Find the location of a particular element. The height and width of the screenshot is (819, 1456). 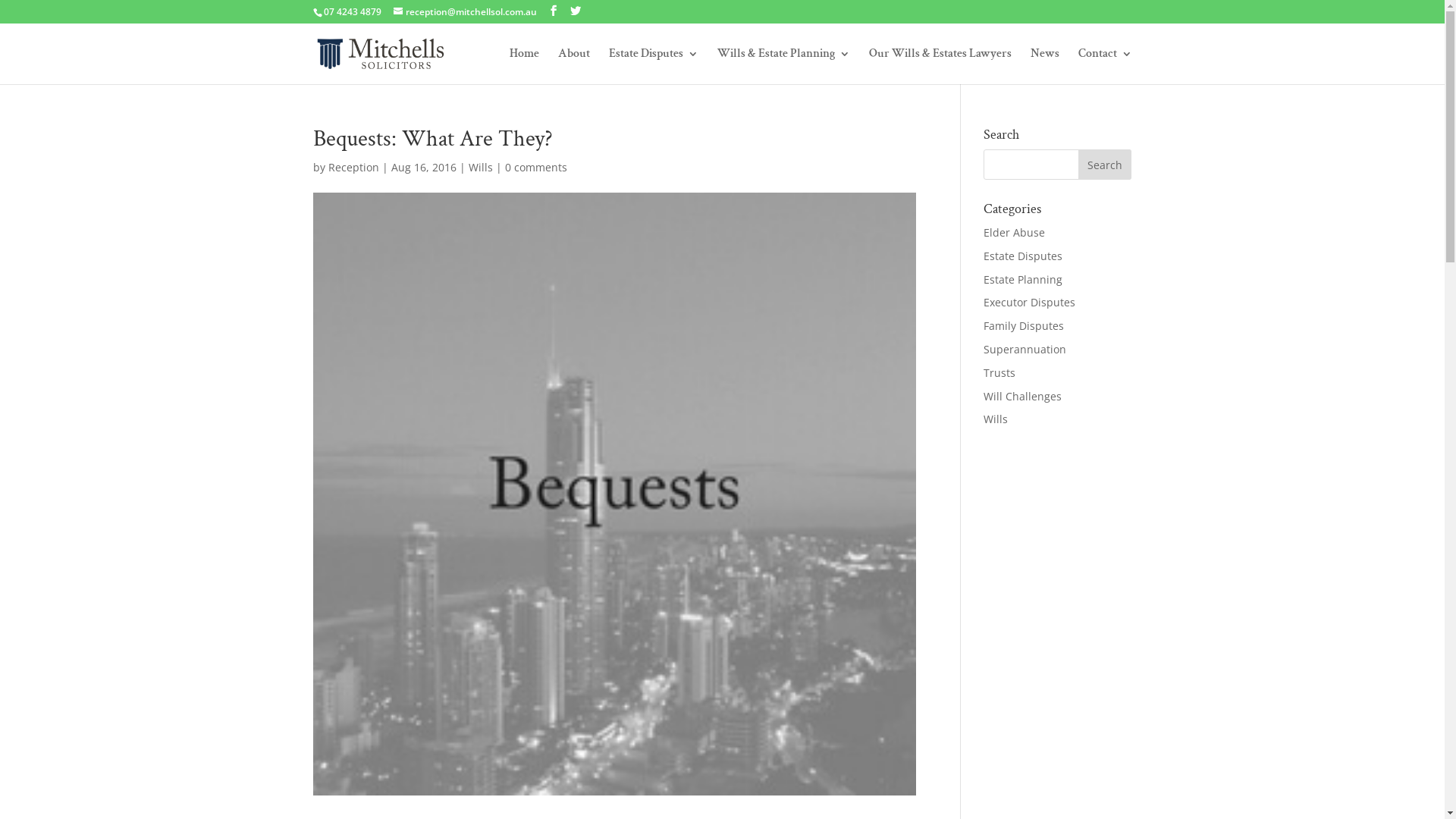

'Elder Abuse' is located at coordinates (1014, 232).